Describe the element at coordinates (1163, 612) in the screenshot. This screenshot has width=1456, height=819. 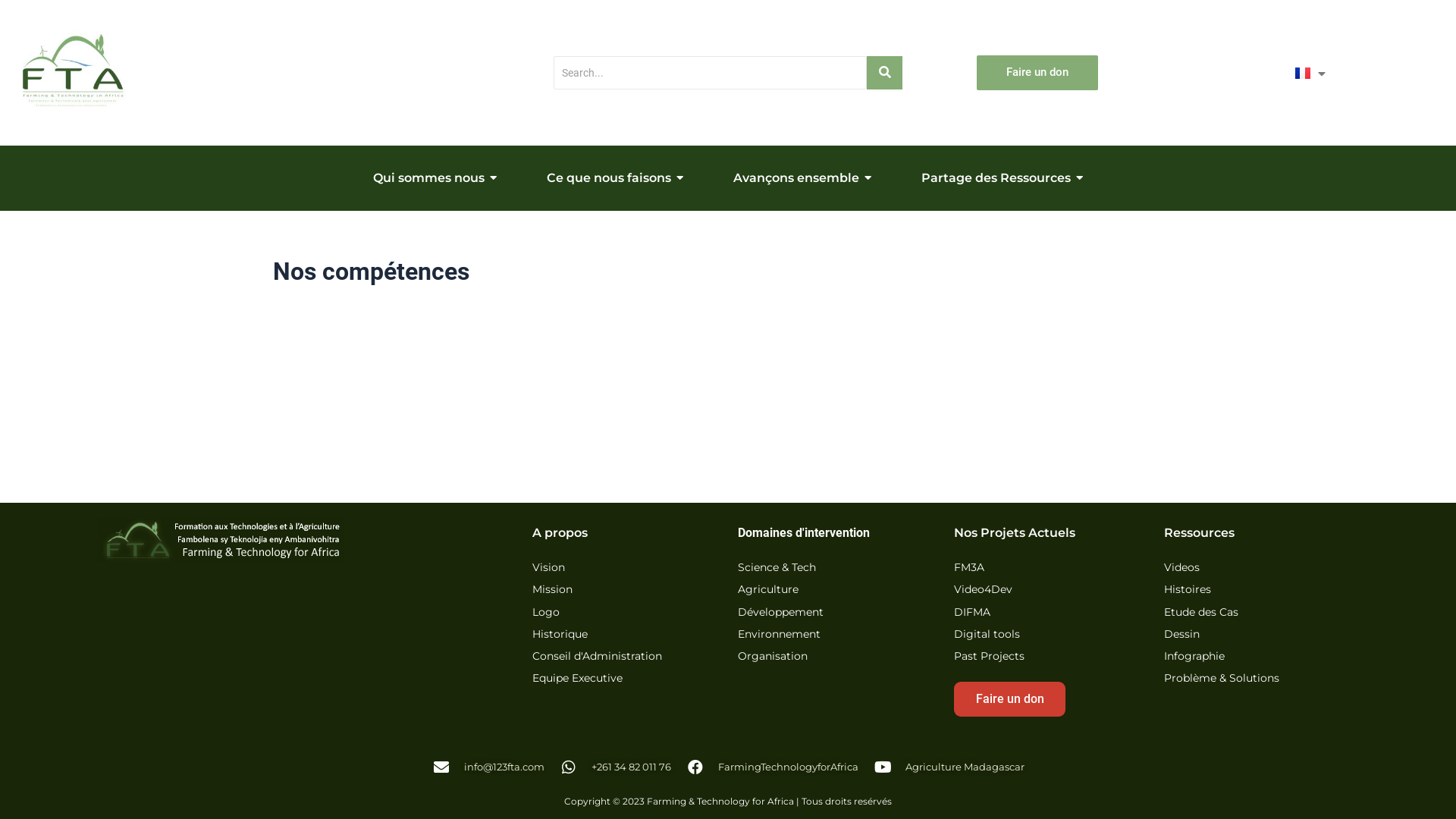
I see `'Etude des Cas'` at that location.